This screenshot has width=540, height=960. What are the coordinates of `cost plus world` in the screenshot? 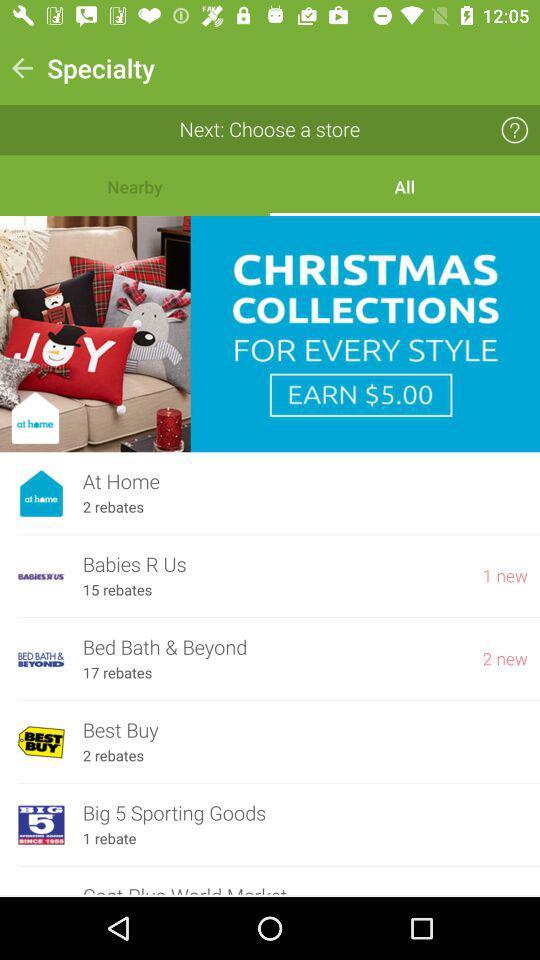 It's located at (305, 888).